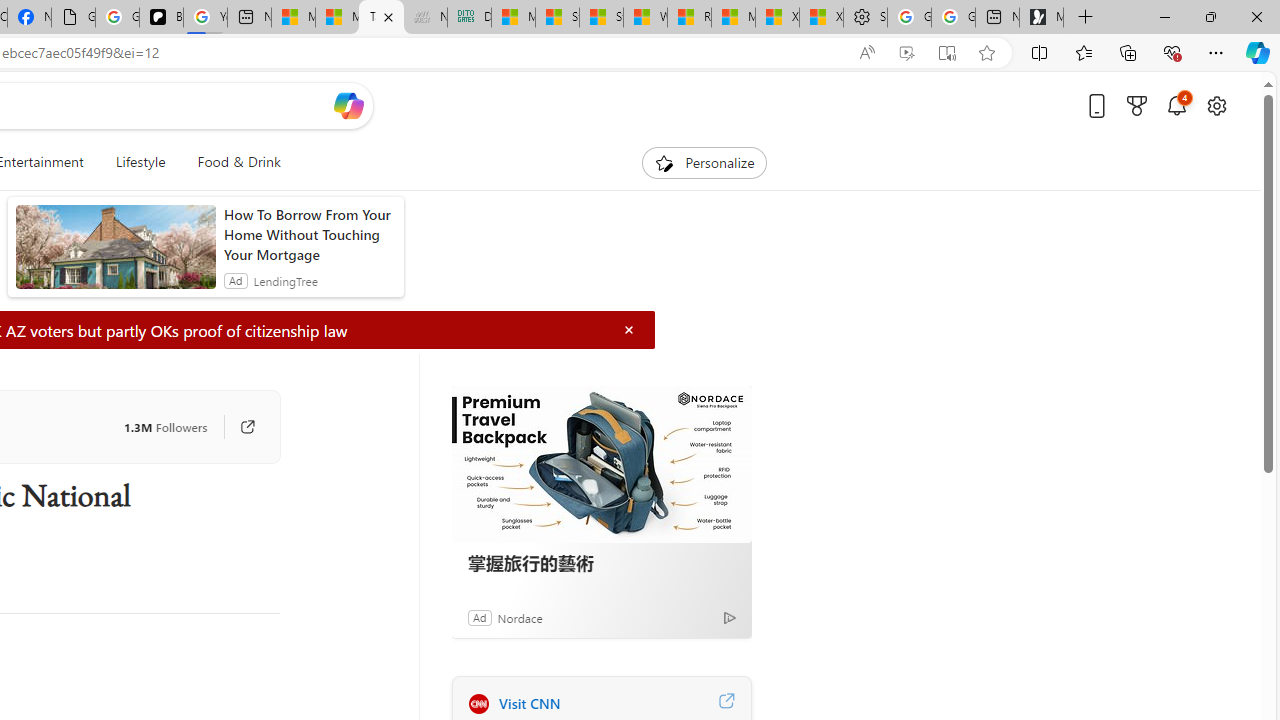 The image size is (1280, 720). I want to click on 'Be Smart | creating Science videos | Patreon', so click(161, 17).